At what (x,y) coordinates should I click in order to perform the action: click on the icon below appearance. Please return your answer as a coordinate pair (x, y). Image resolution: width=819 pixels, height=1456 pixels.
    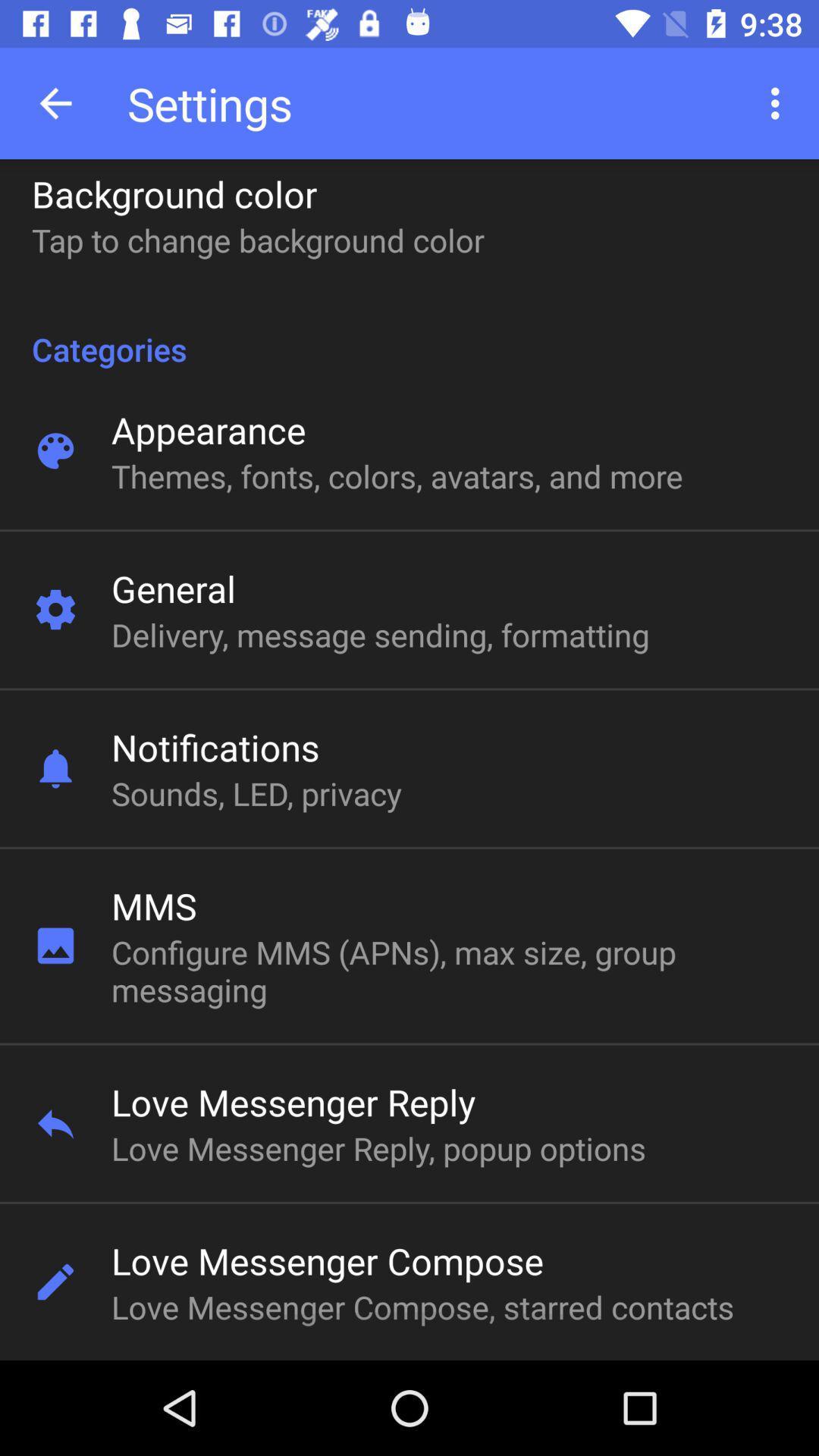
    Looking at the image, I should click on (396, 475).